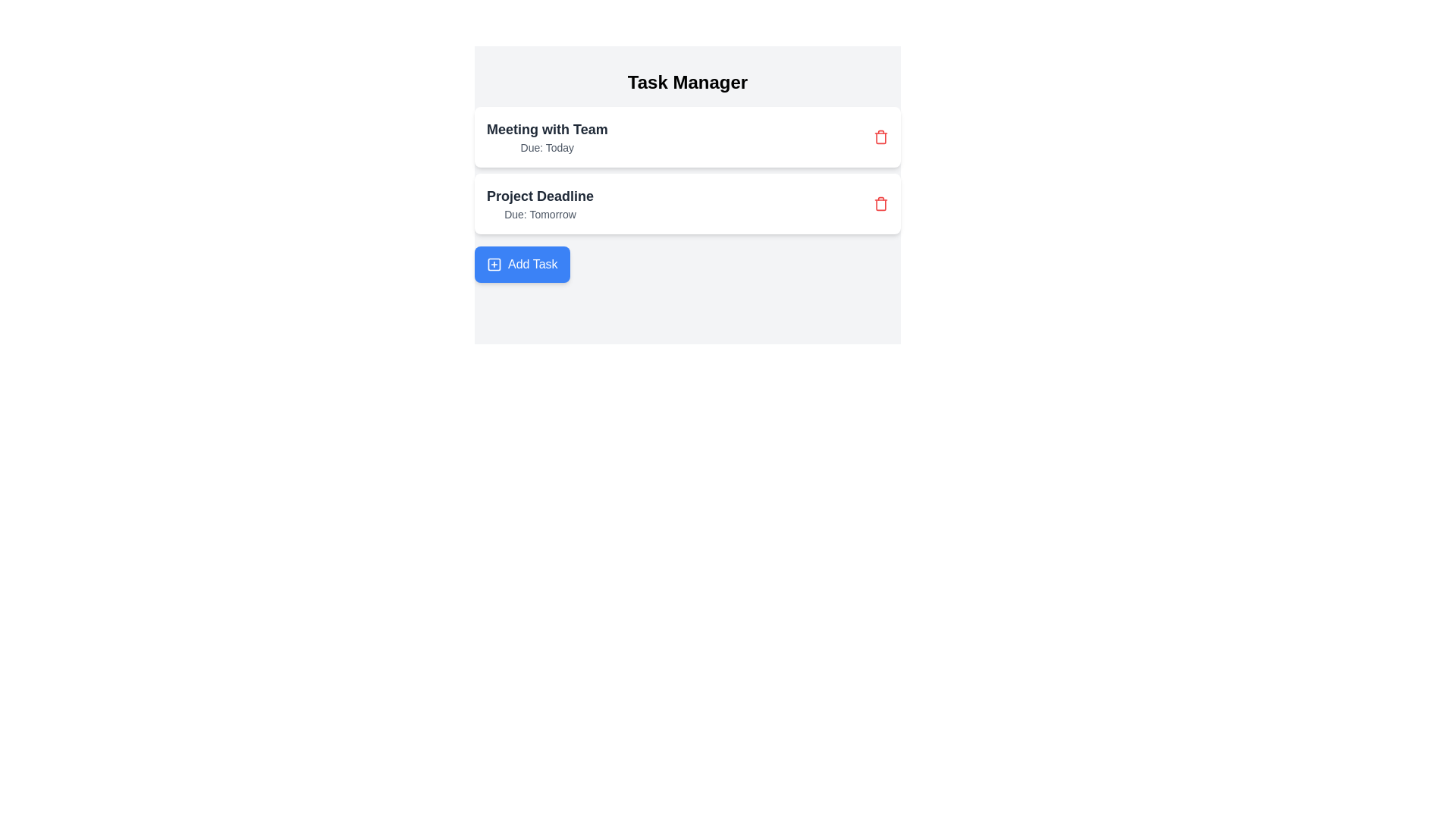 This screenshot has height=819, width=1456. What do you see at coordinates (540, 195) in the screenshot?
I see `the text label that reads 'Project Deadline', which is styled in bold and slightly larger than the surrounding text, located in the second entry under 'Task Manager'` at bounding box center [540, 195].